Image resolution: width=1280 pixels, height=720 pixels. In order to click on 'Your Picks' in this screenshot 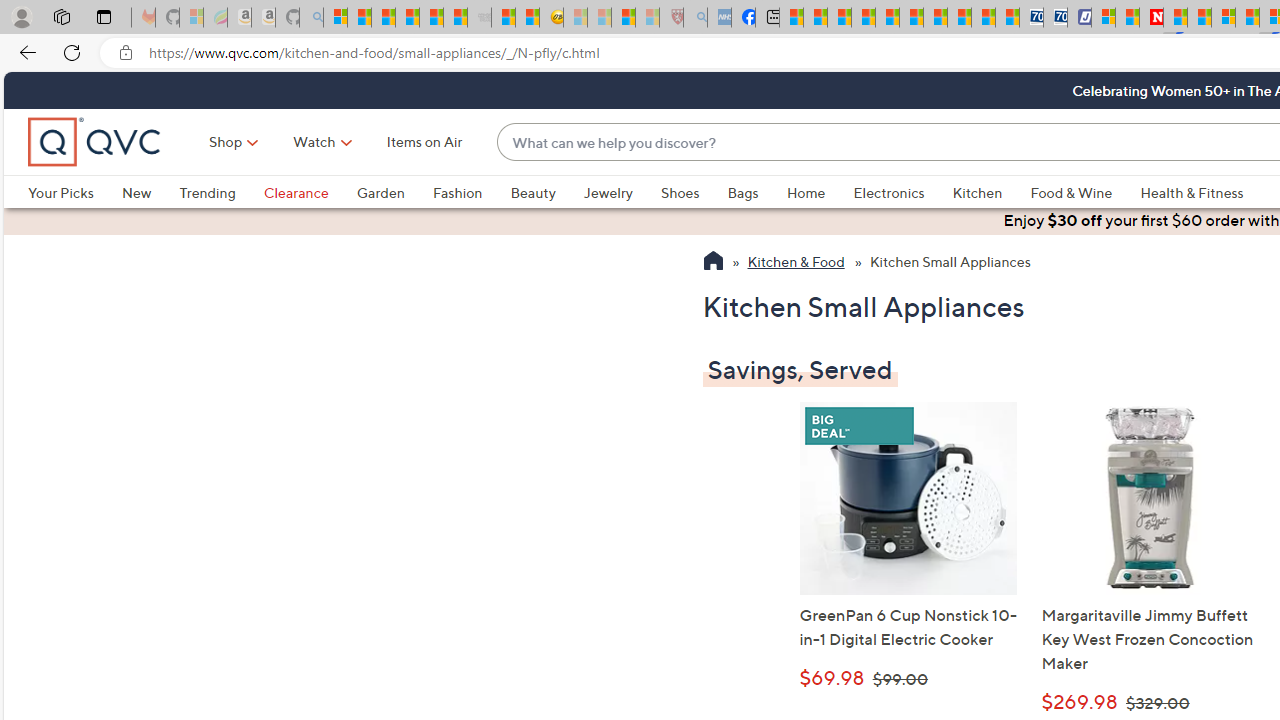, I will do `click(60, 192)`.